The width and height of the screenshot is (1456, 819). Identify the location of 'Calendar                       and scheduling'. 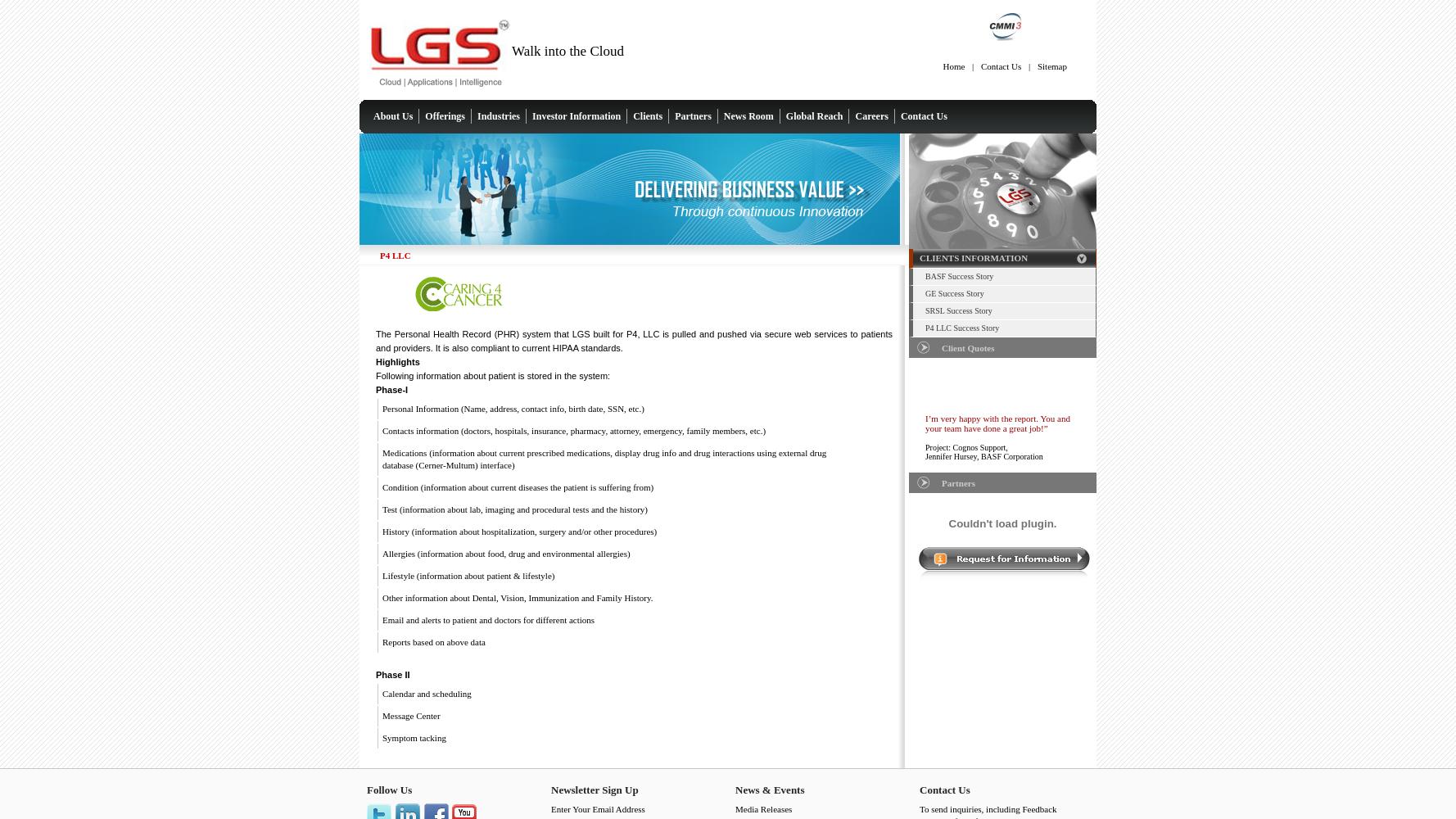
(426, 693).